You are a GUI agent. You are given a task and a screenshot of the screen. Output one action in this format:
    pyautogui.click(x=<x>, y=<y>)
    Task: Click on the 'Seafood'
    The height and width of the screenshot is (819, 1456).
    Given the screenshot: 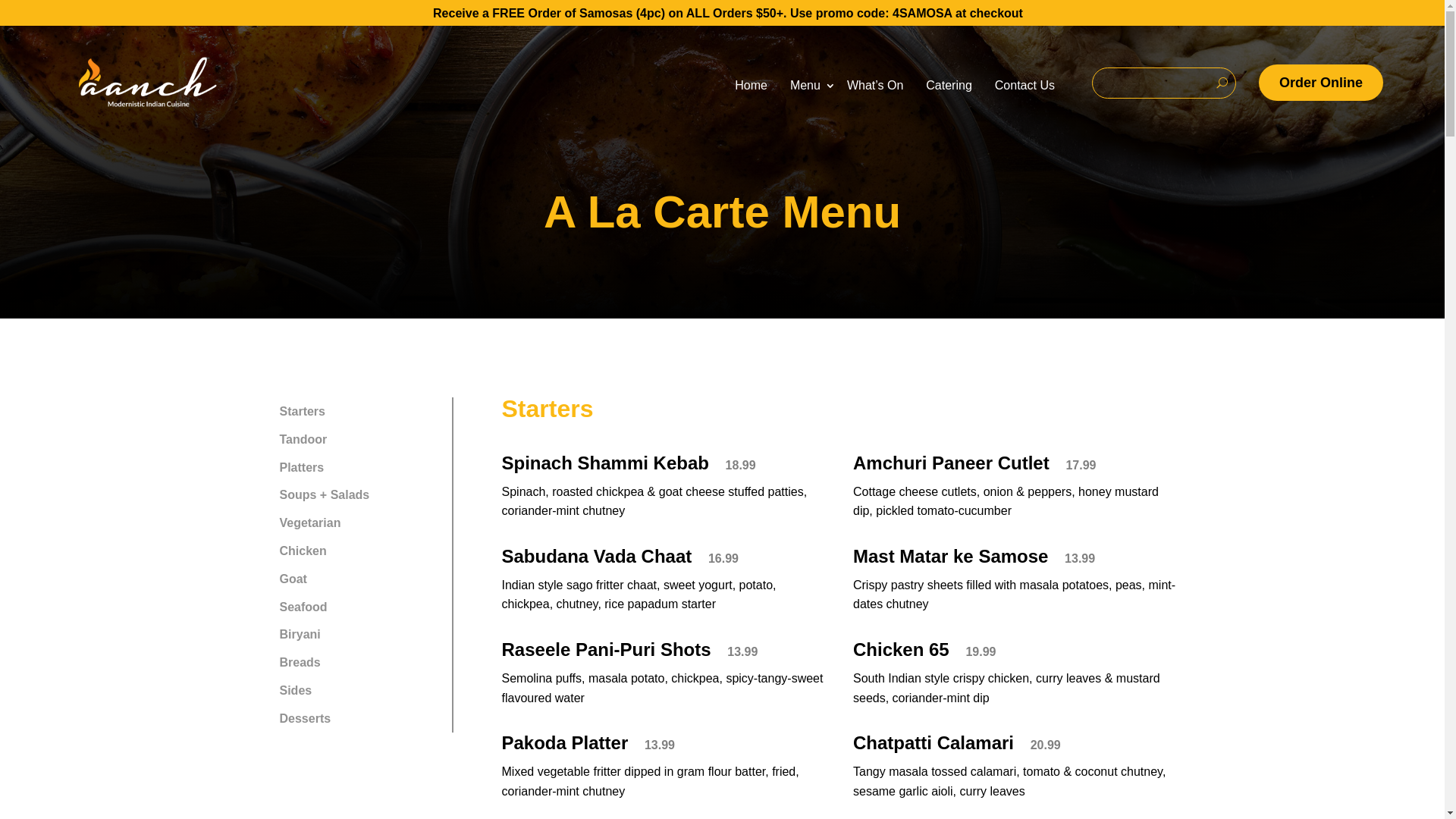 What is the action you would take?
    pyautogui.click(x=359, y=606)
    